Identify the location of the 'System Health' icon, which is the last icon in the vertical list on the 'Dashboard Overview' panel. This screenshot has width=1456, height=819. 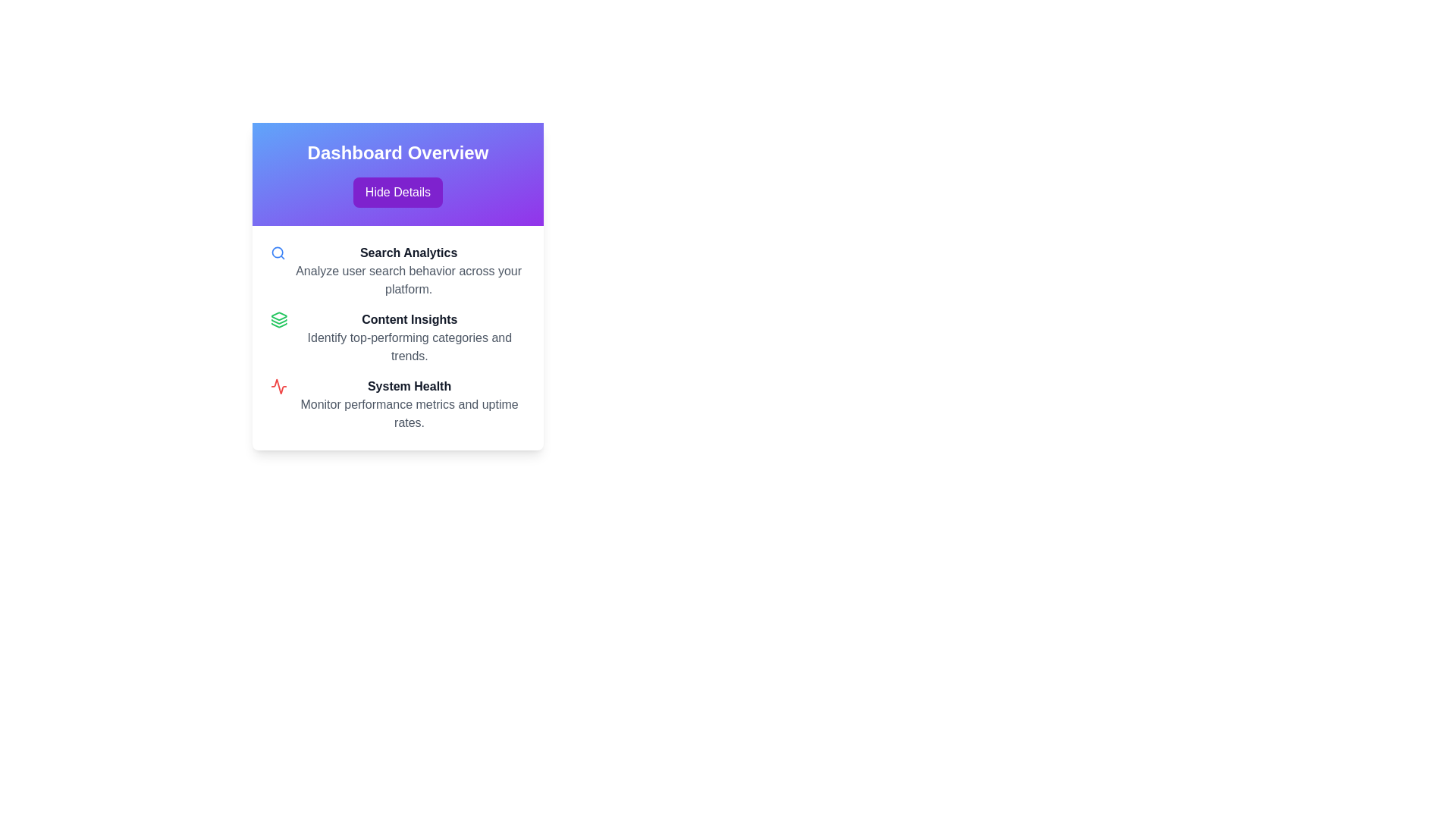
(279, 385).